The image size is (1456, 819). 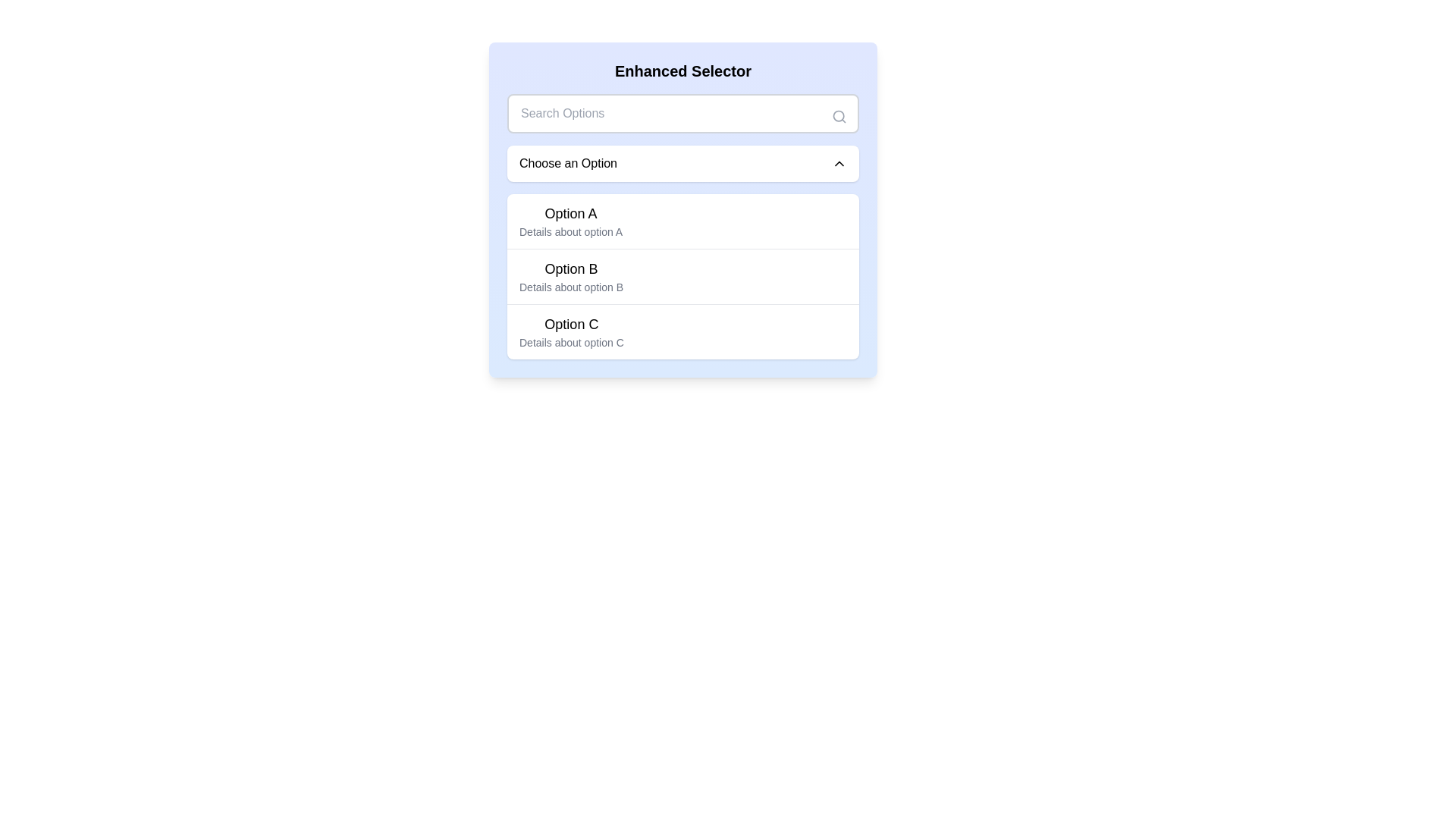 What do you see at coordinates (570, 342) in the screenshot?
I see `text of the Text Label displaying 'Details about option C,' which is positioned below 'Option C' in the structured layout` at bounding box center [570, 342].